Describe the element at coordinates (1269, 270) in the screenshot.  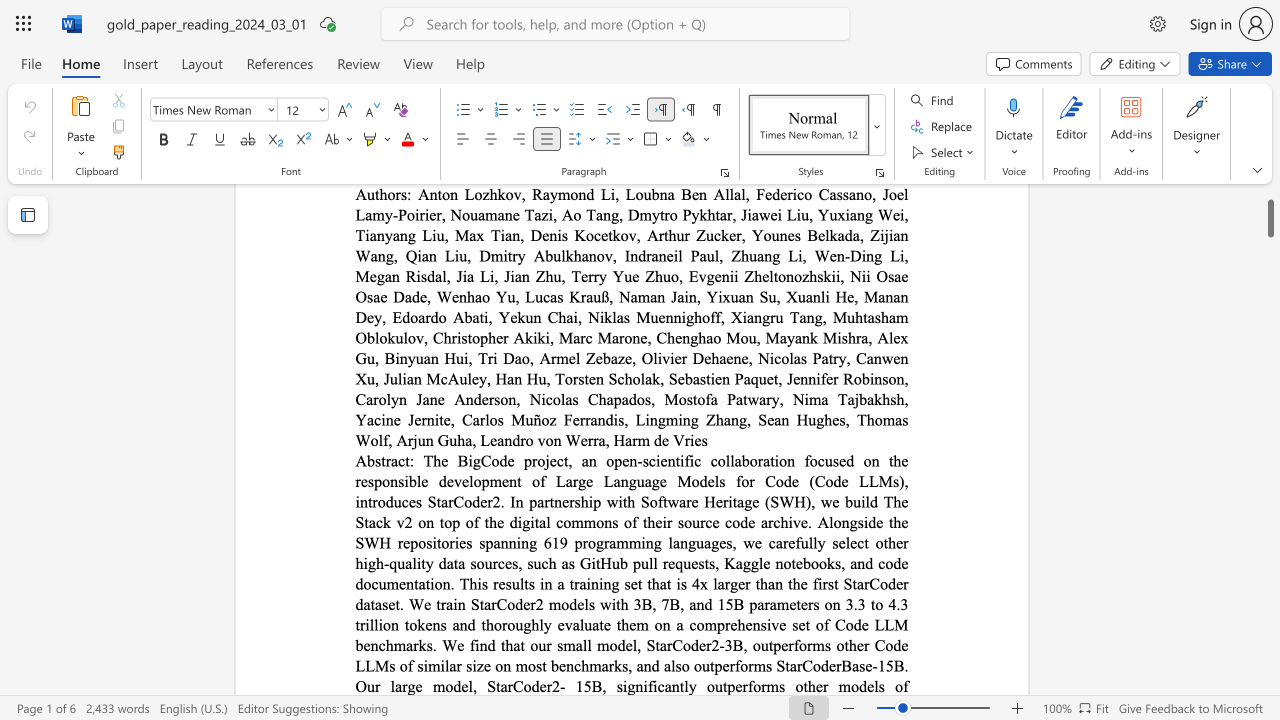
I see `the scrollbar to scroll the page down` at that location.